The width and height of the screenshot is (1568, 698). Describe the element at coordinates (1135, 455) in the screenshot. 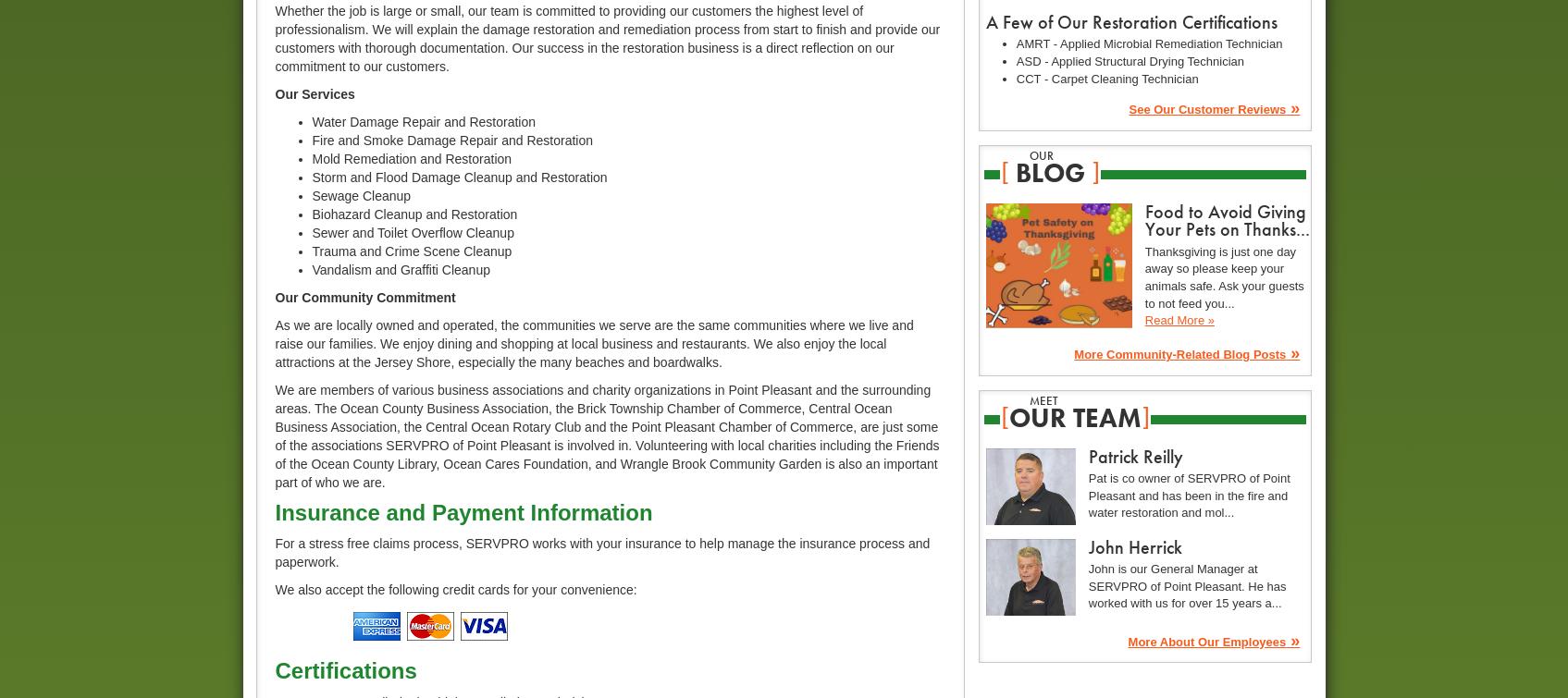

I see `'Patrick Reilly'` at that location.